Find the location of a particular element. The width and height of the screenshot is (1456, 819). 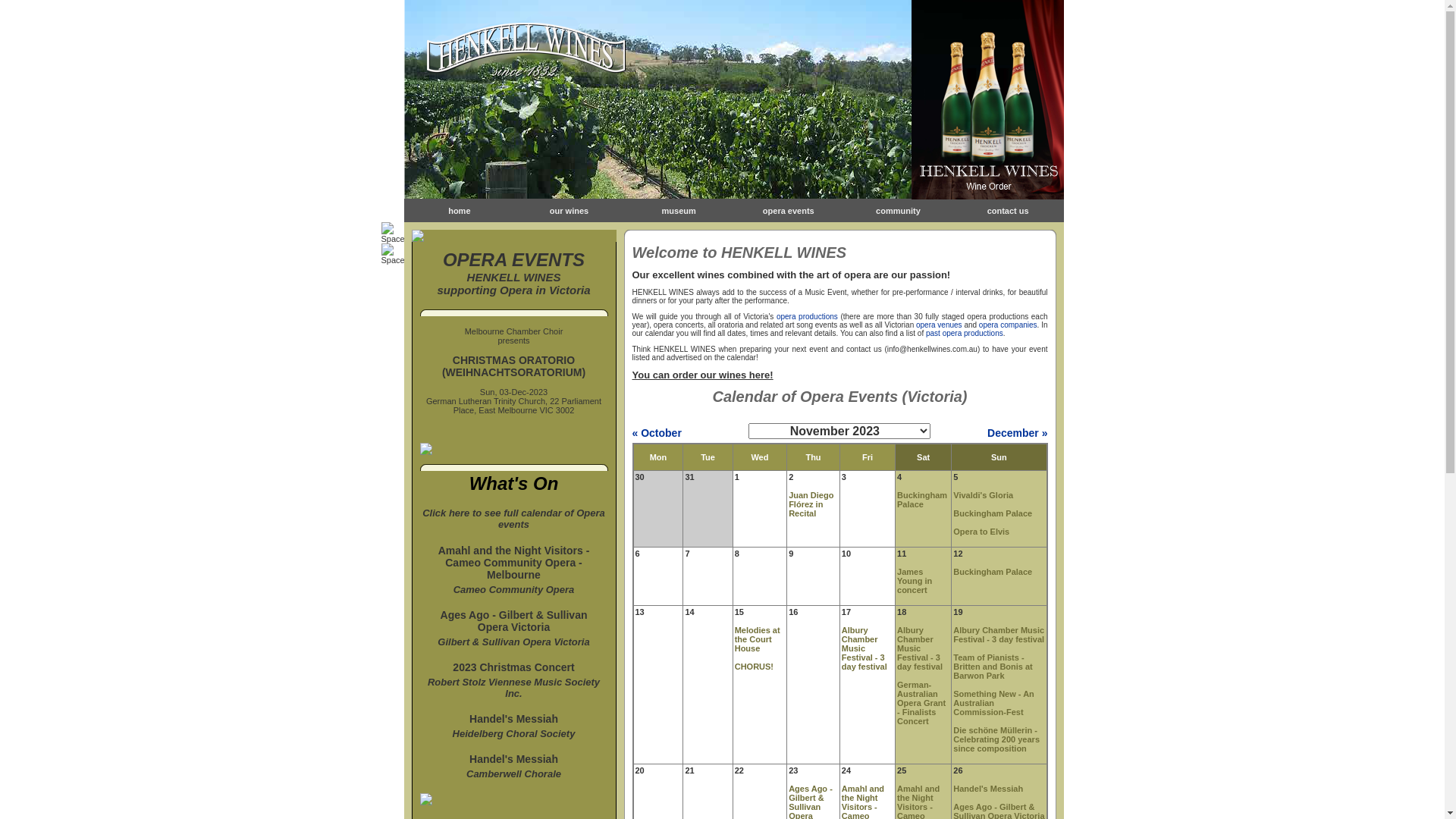

'Click here to see full calendar of Opera events' is located at coordinates (513, 522).